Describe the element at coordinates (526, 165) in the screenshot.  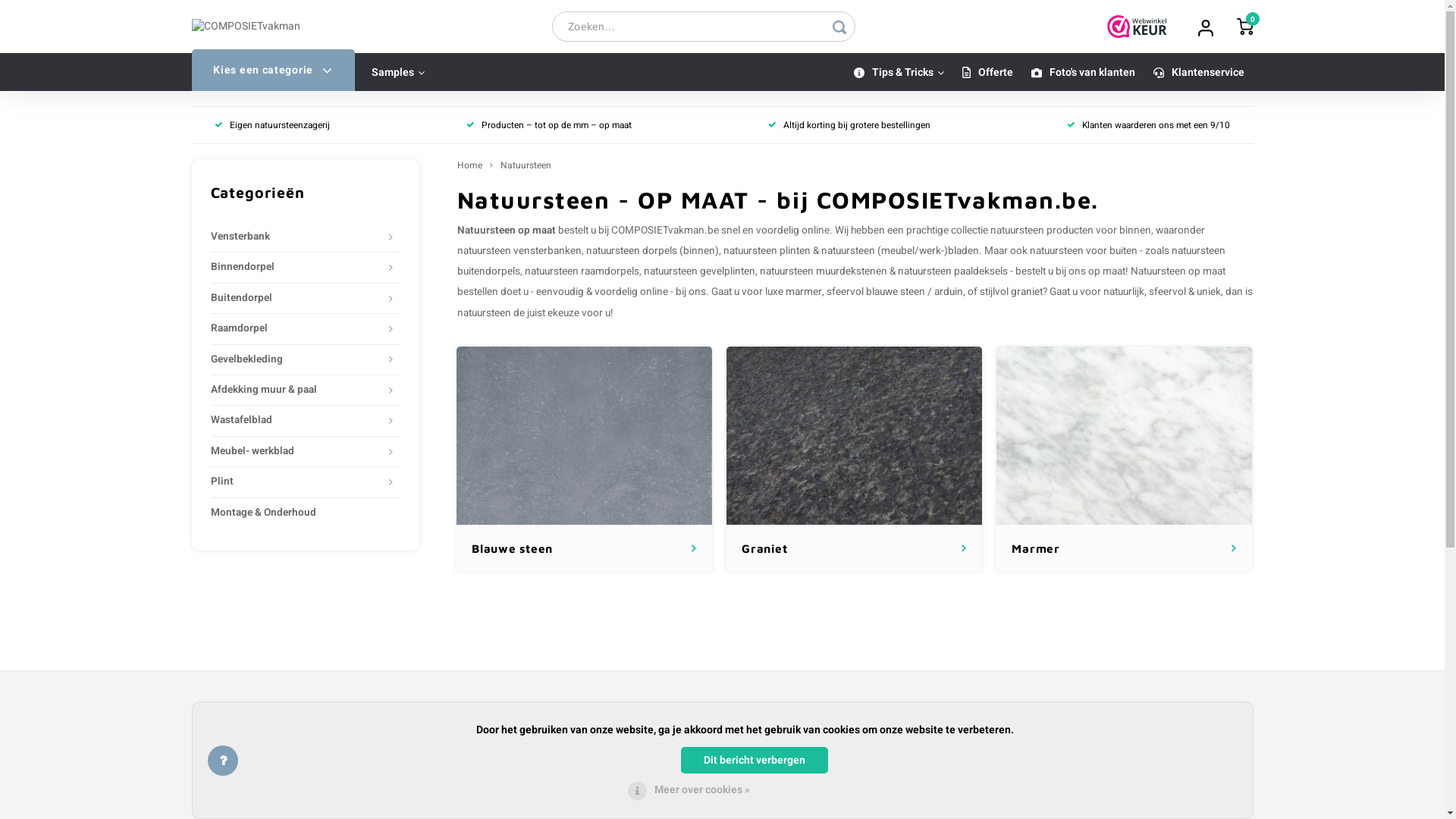
I see `'Natuursteen'` at that location.